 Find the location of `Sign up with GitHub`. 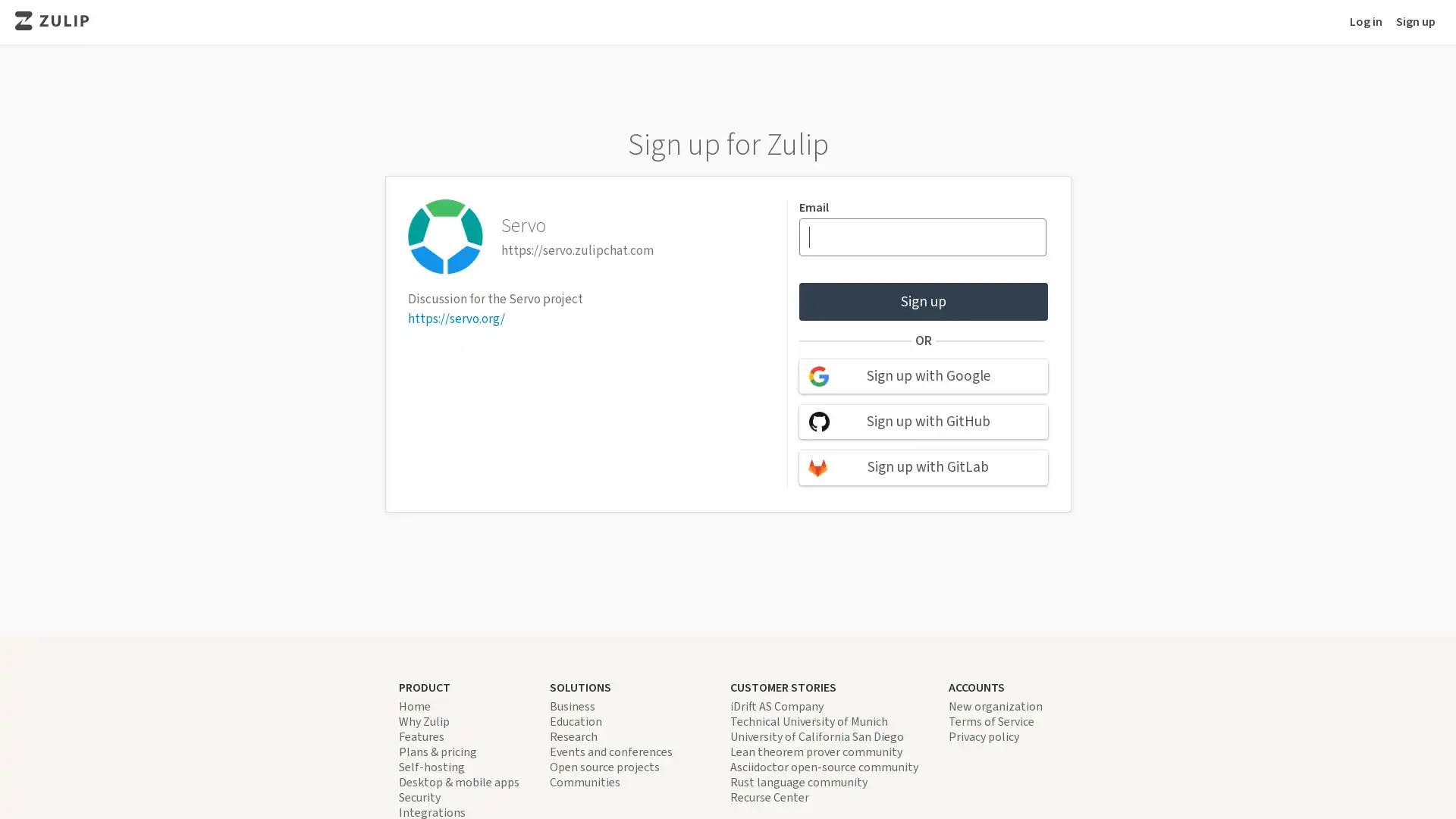

Sign up with GitHub is located at coordinates (922, 422).